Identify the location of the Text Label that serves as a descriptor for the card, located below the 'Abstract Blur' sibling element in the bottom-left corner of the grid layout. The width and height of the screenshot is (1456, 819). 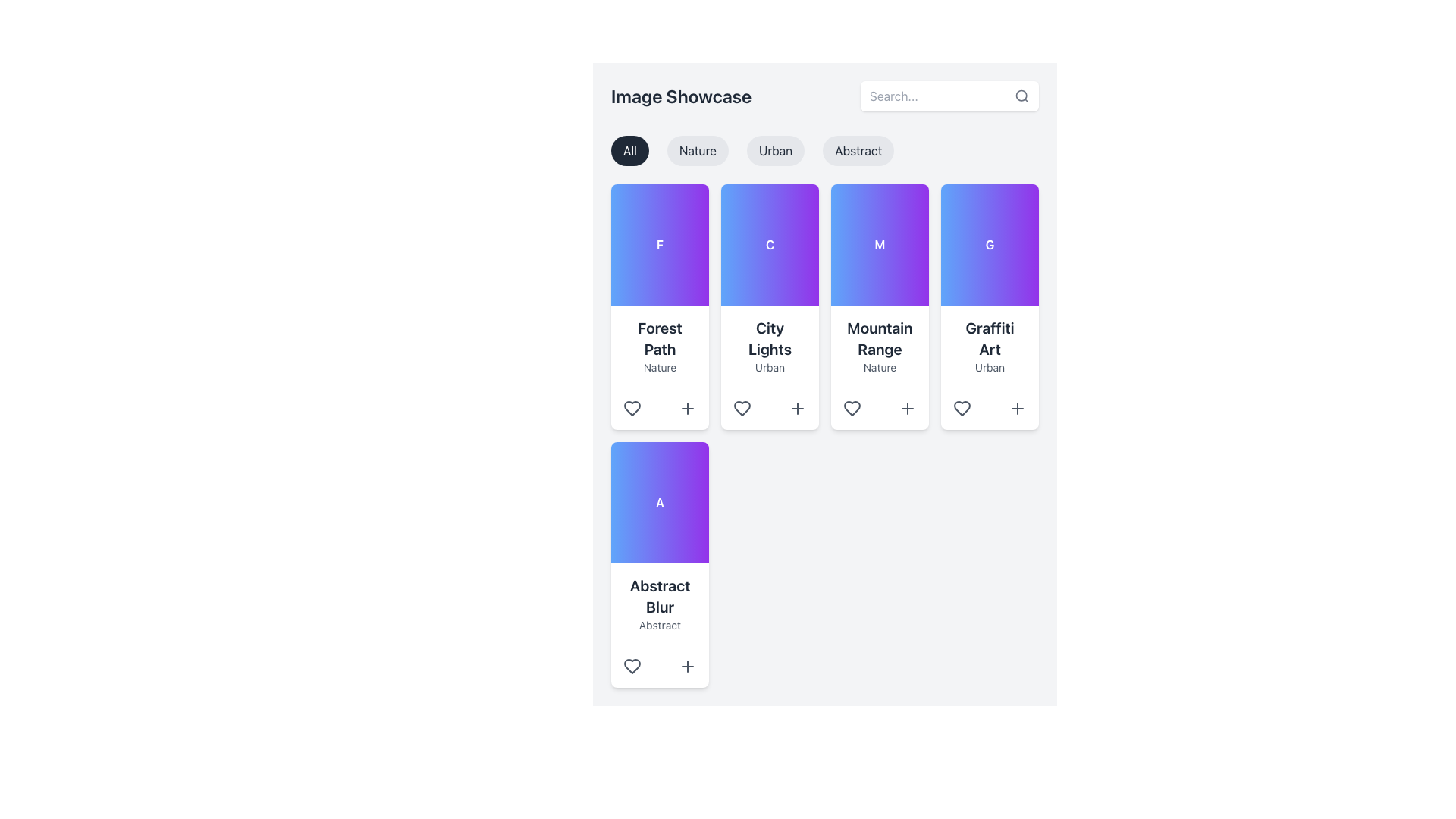
(660, 626).